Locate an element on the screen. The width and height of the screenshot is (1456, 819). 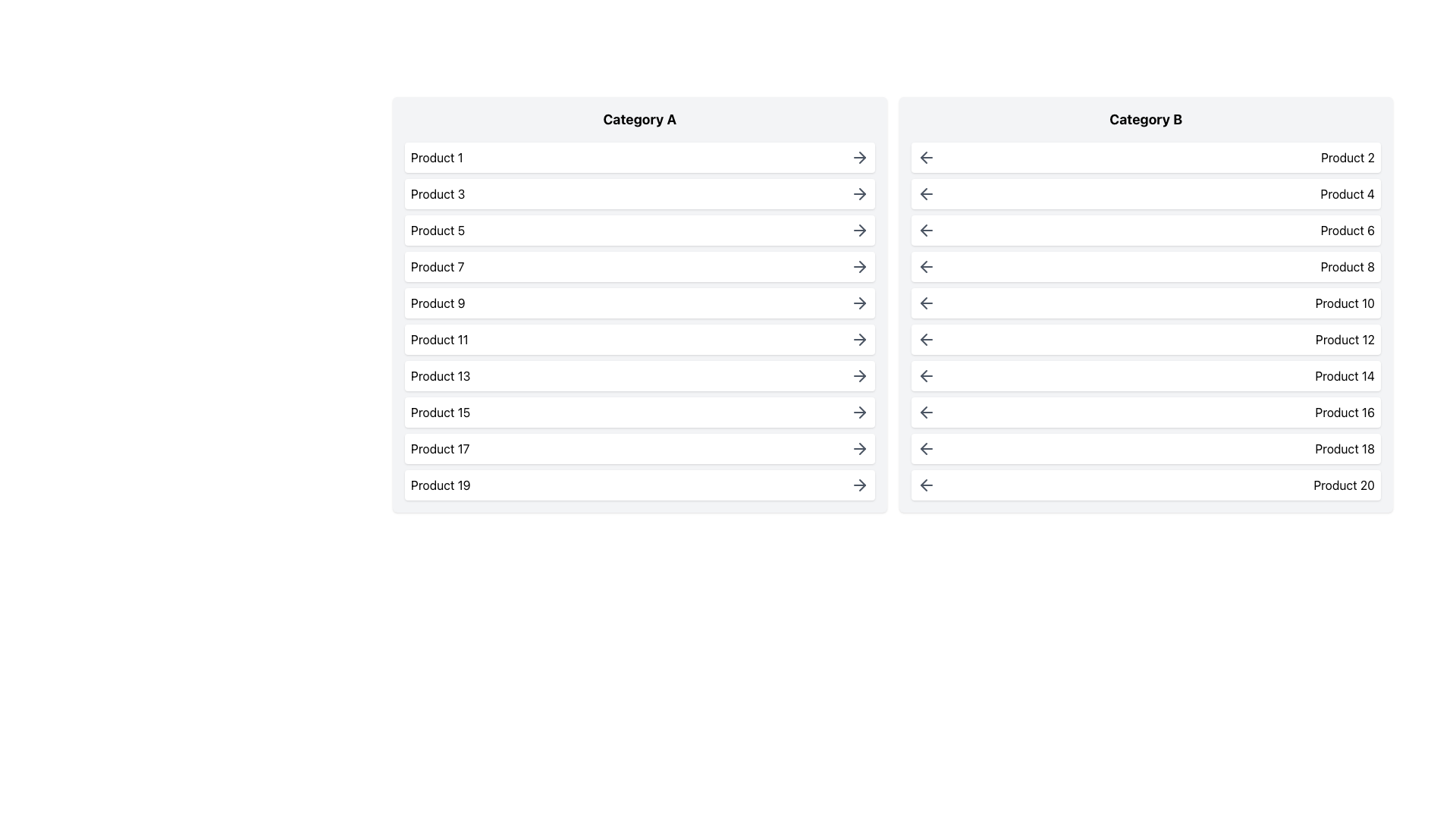
the arrow icon located at the far-right side of the list item labeled 'Product 9' in the 'Category A' section is located at coordinates (859, 303).